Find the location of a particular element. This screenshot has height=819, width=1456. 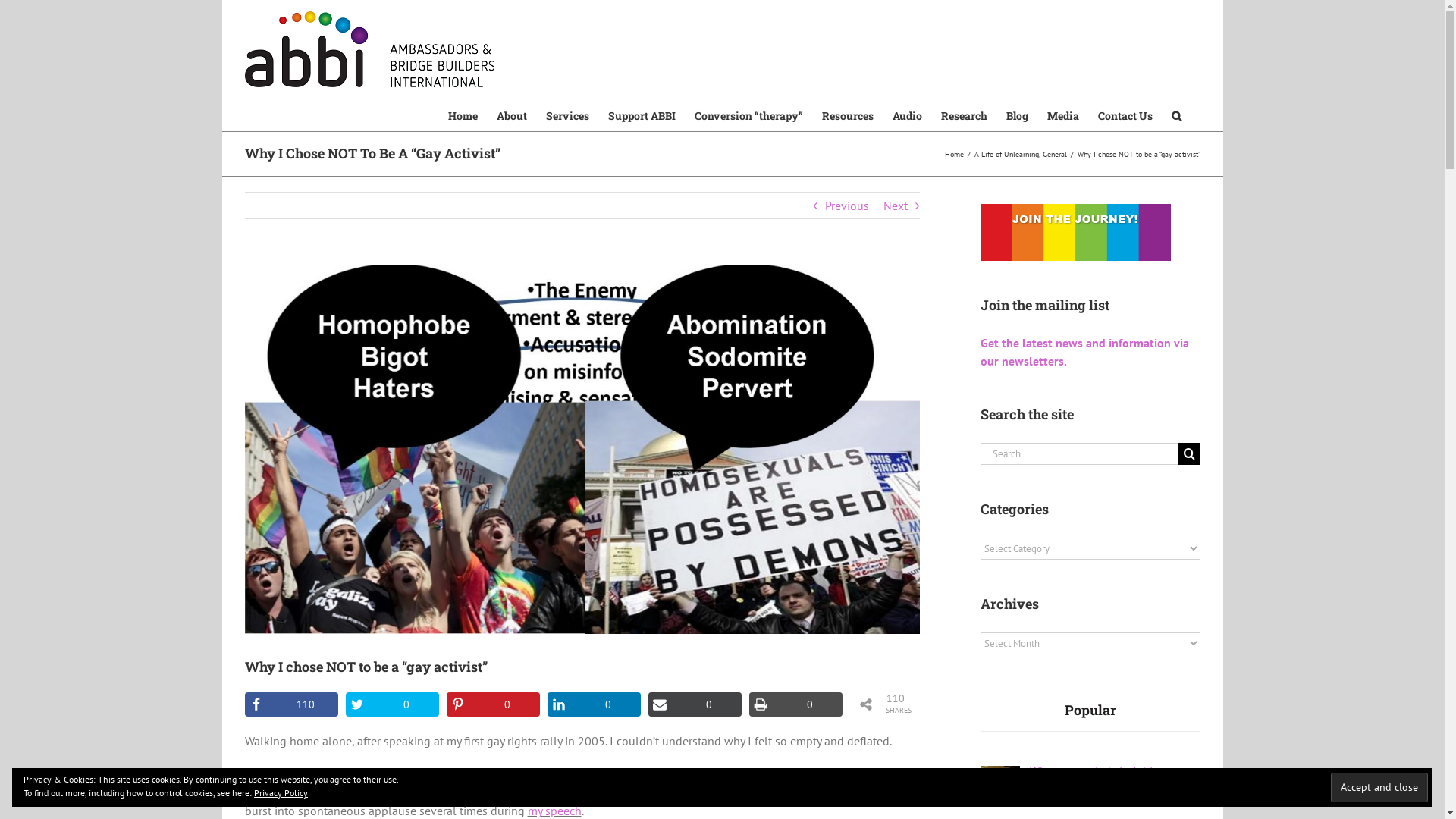

'110' is located at coordinates (290, 704).